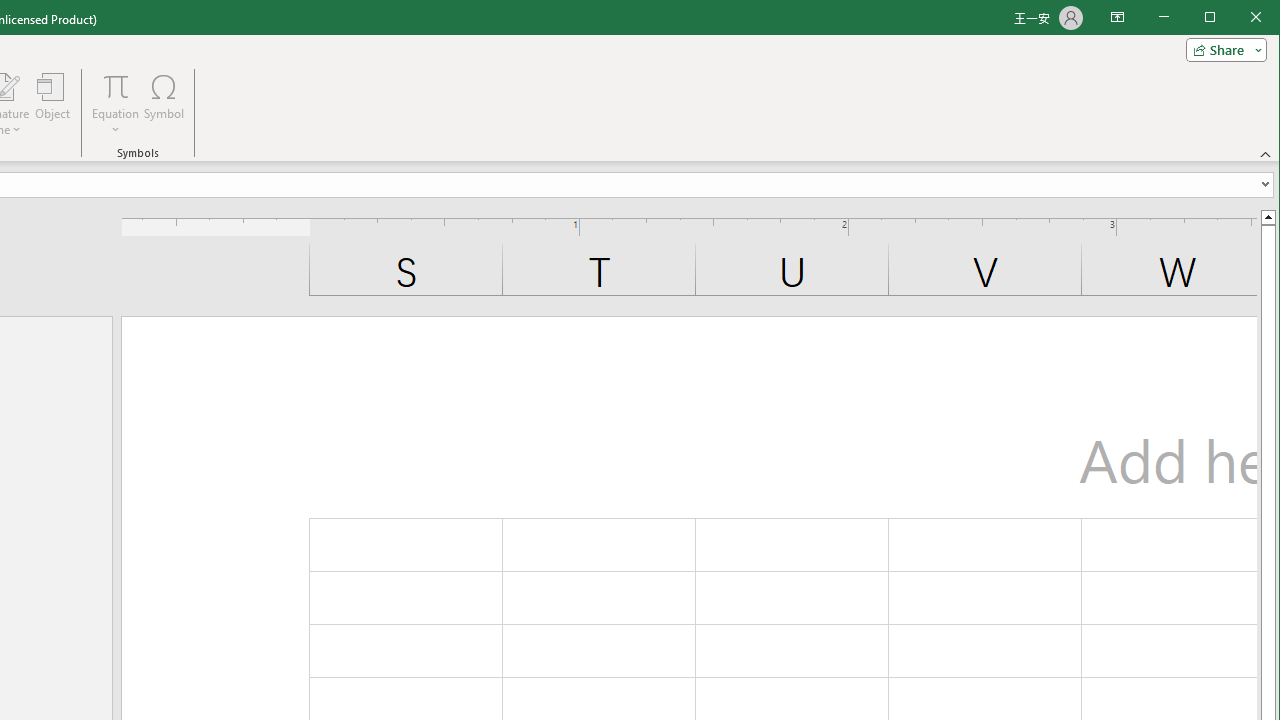  Describe the element at coordinates (164, 104) in the screenshot. I see `'Symbol...'` at that location.